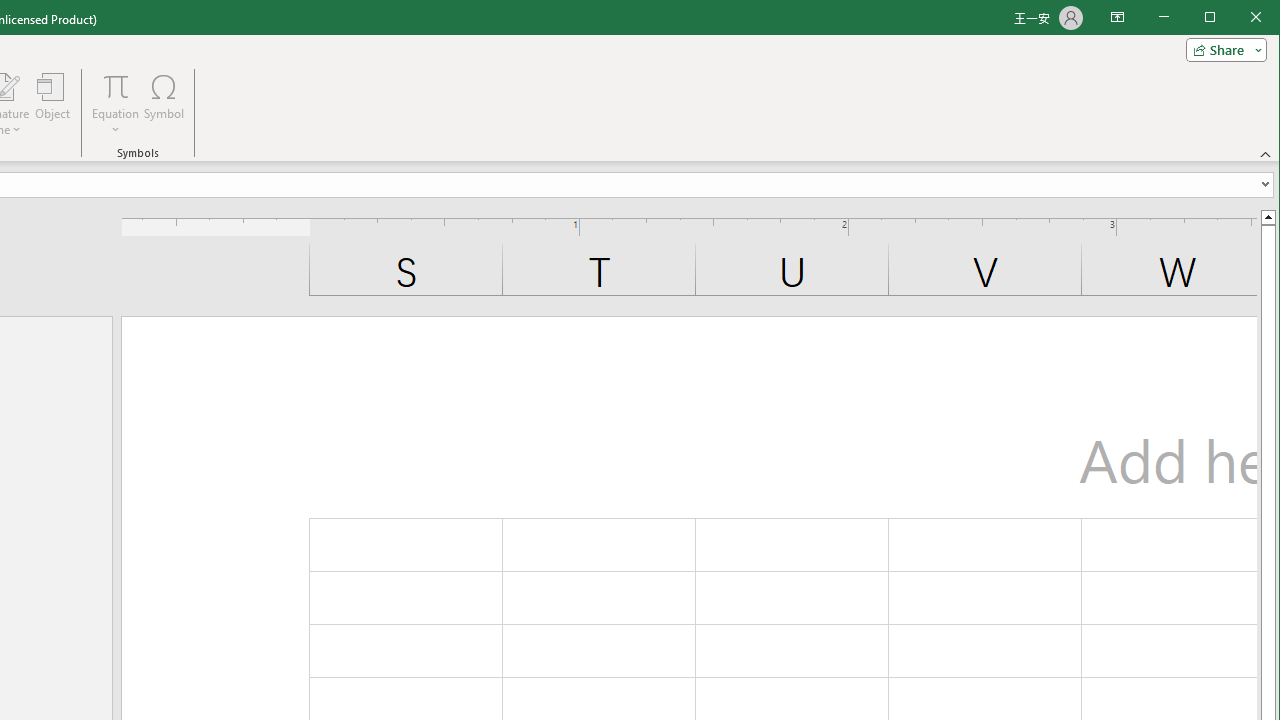  Describe the element at coordinates (164, 104) in the screenshot. I see `'Symbol...'` at that location.